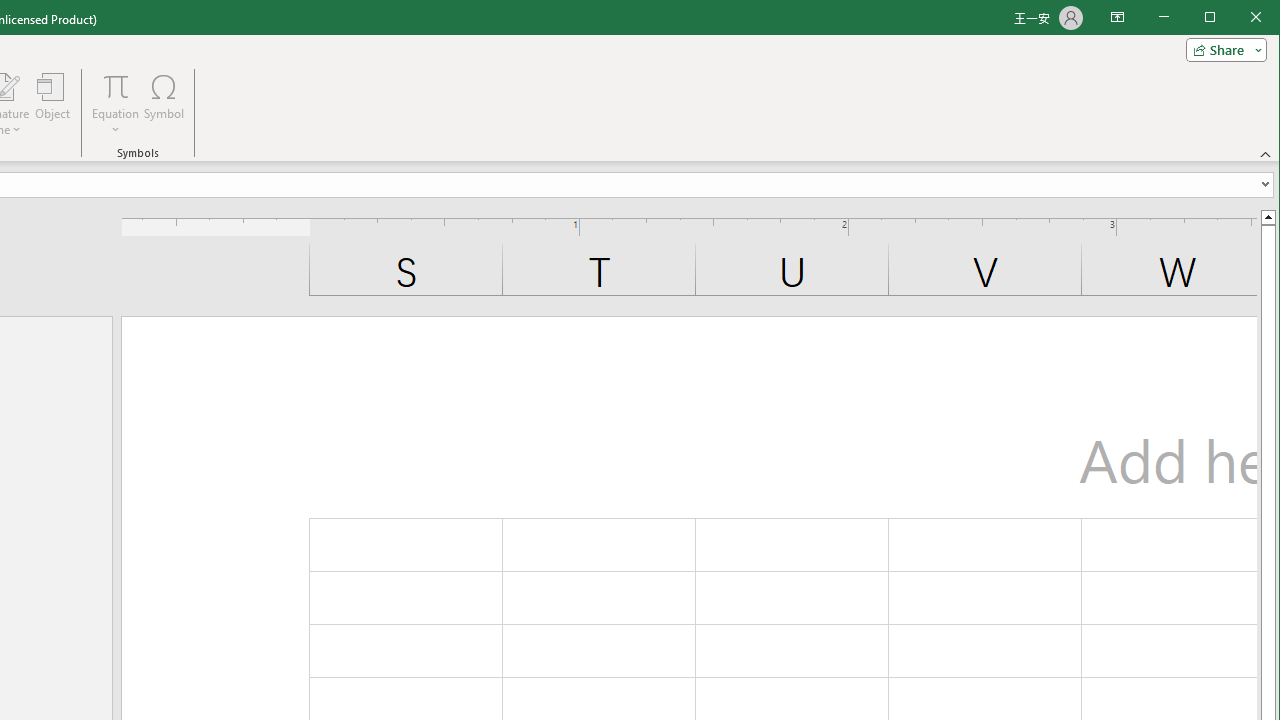  Describe the element at coordinates (164, 104) in the screenshot. I see `'Symbol...'` at that location.